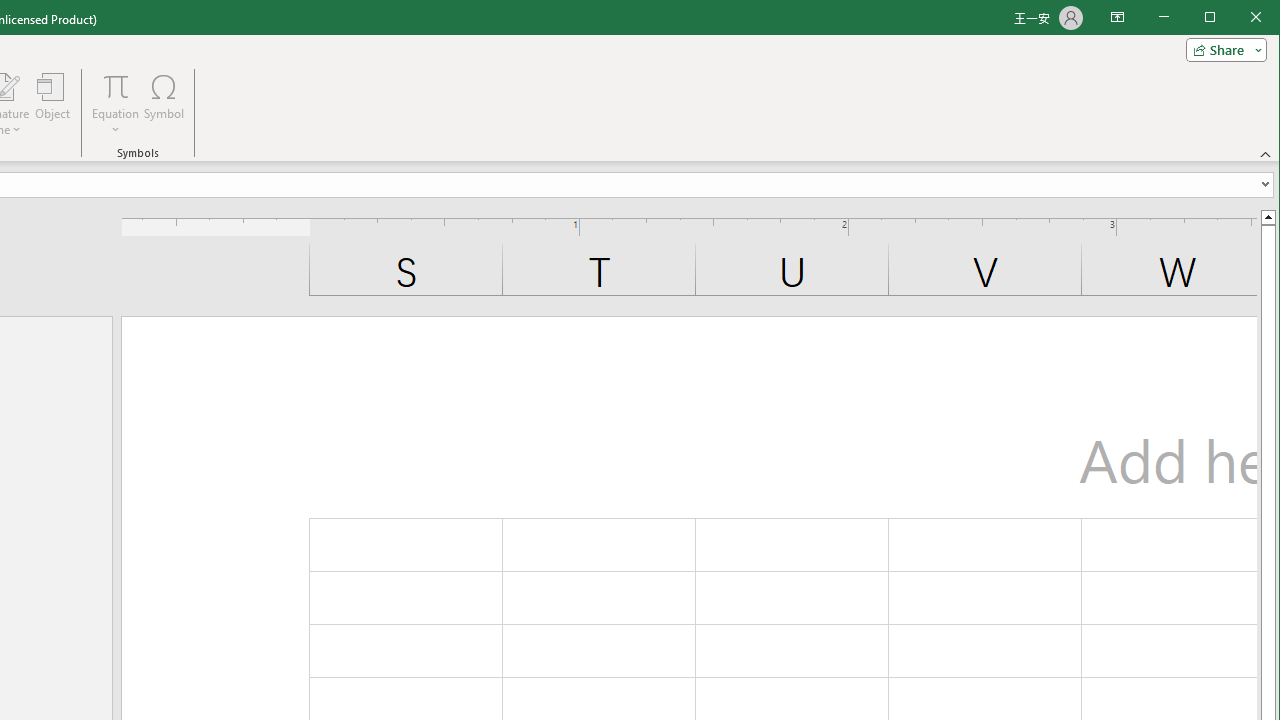  Describe the element at coordinates (164, 104) in the screenshot. I see `'Symbol...'` at that location.